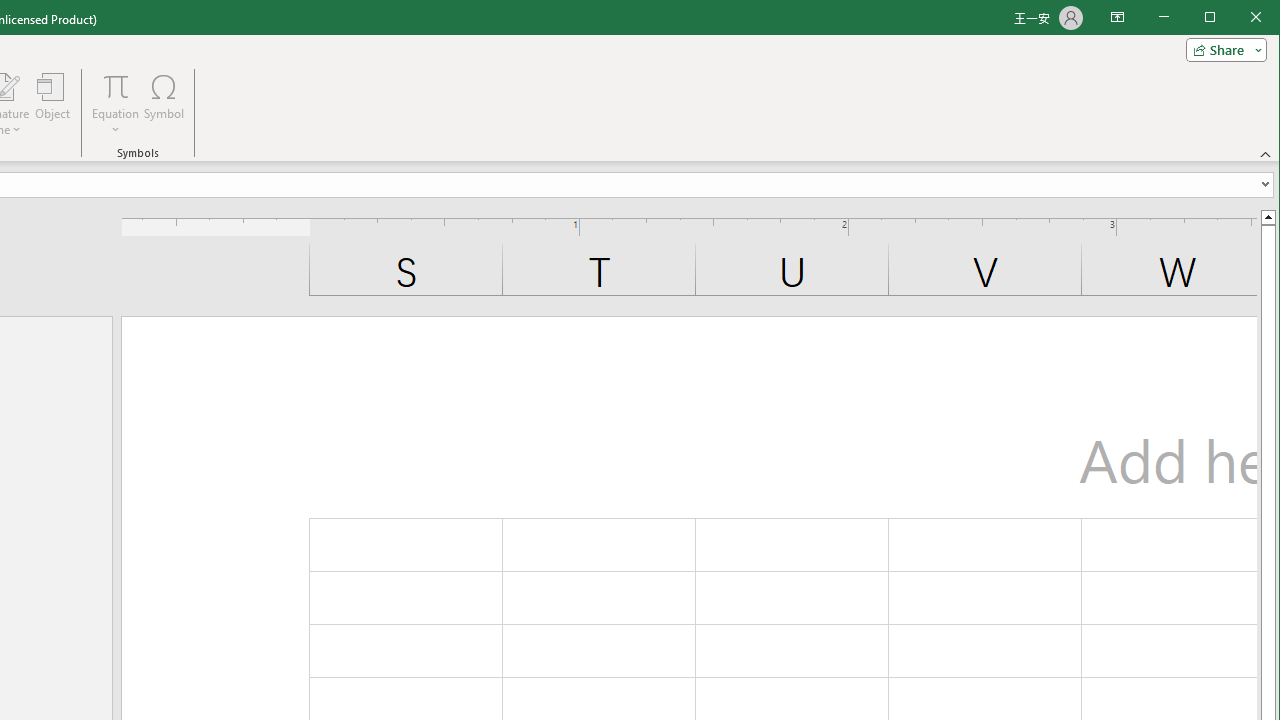  Describe the element at coordinates (164, 104) in the screenshot. I see `'Symbol...'` at that location.